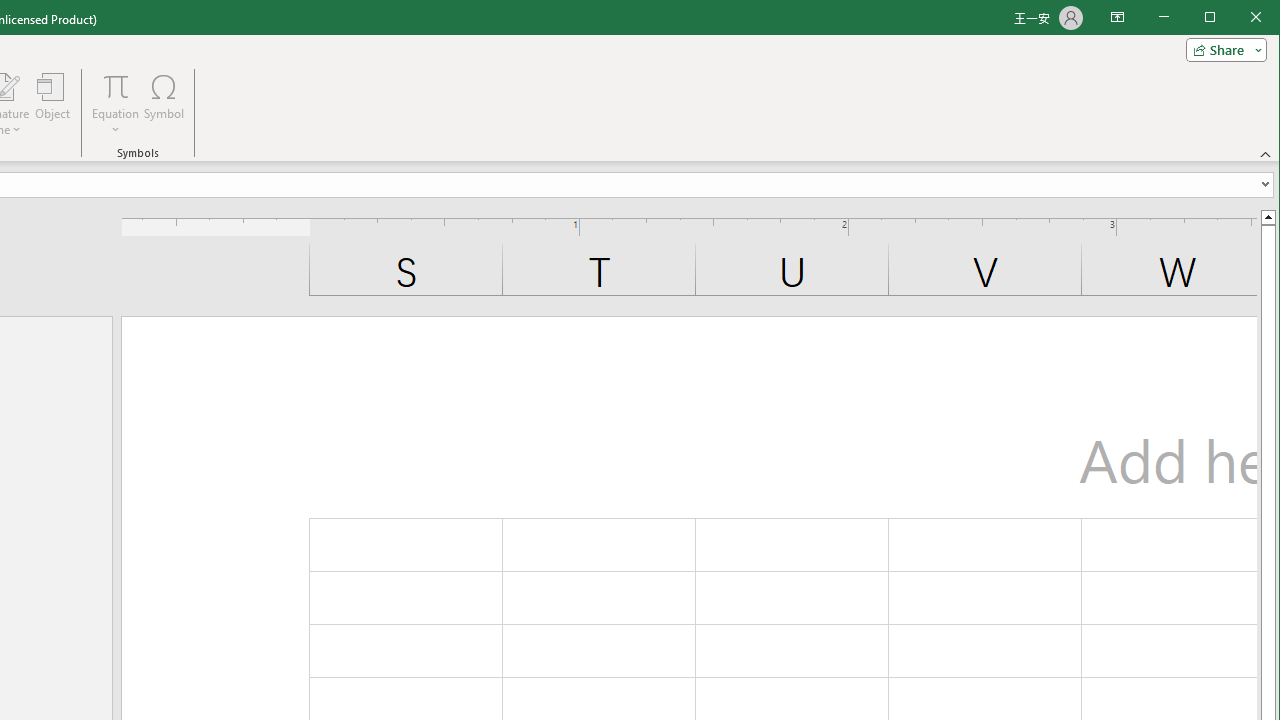  Describe the element at coordinates (164, 104) in the screenshot. I see `'Symbol...'` at that location.